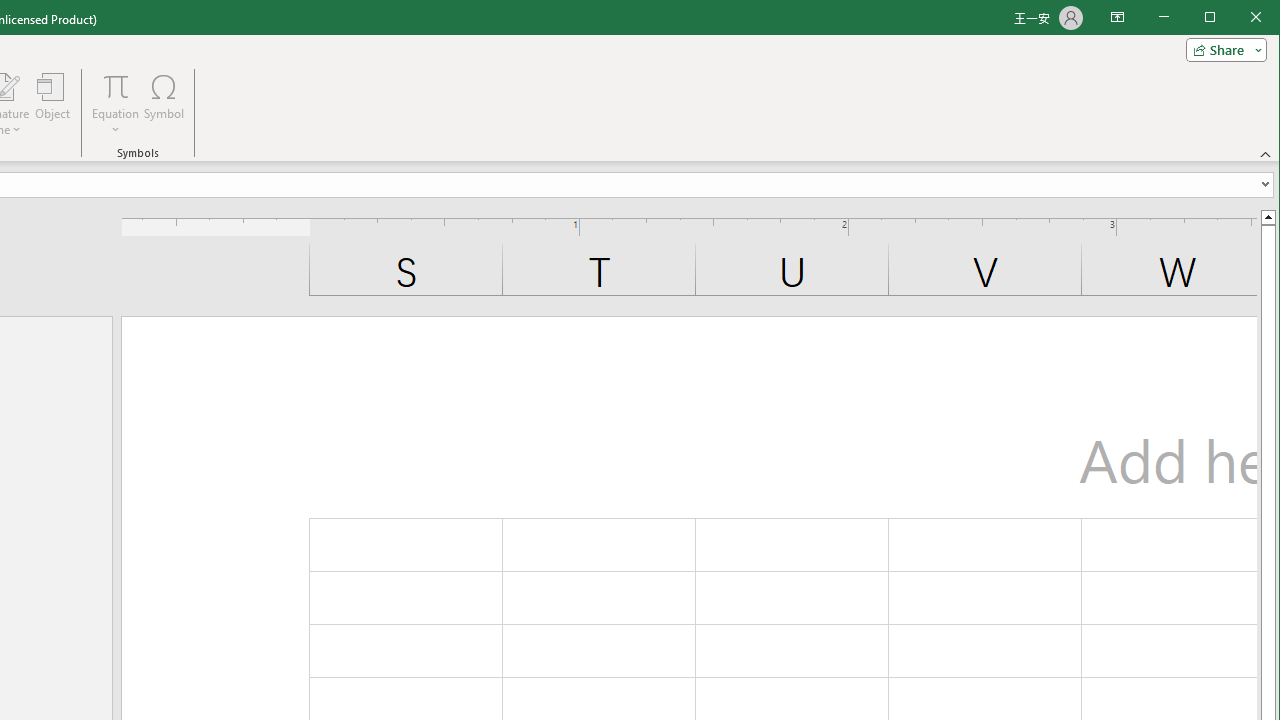  Describe the element at coordinates (164, 104) in the screenshot. I see `'Symbol...'` at that location.